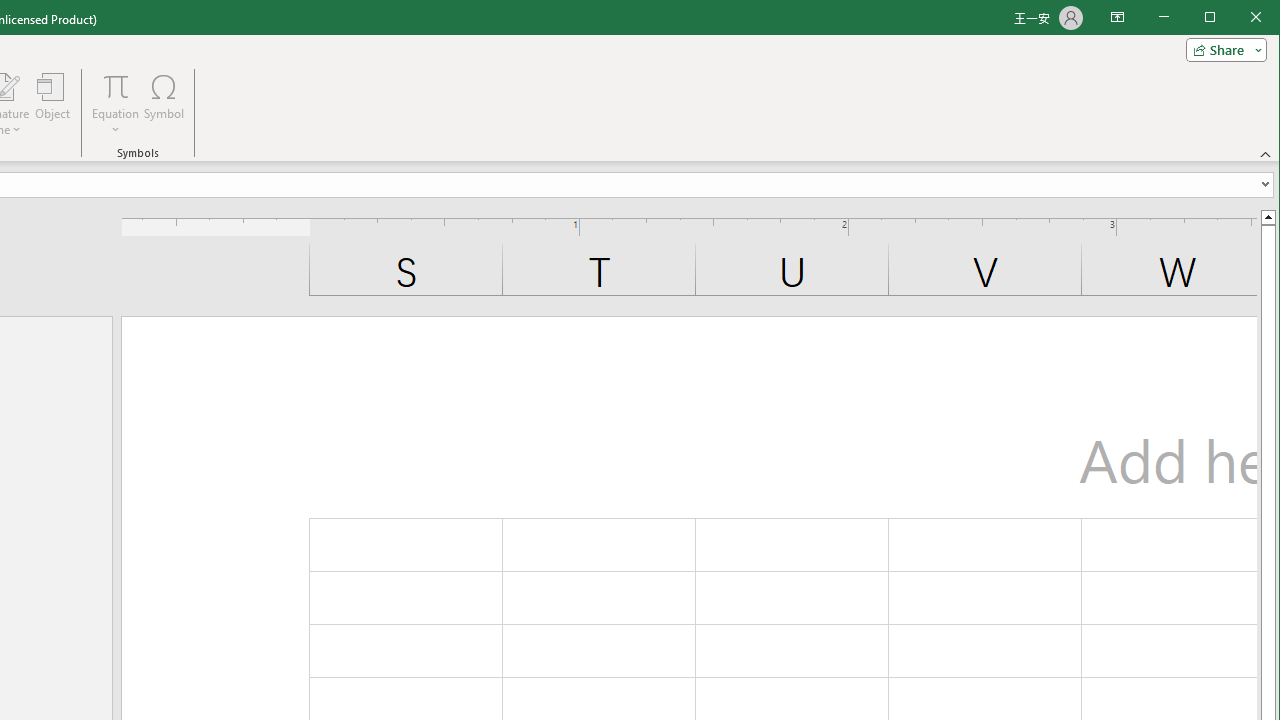  Describe the element at coordinates (164, 104) in the screenshot. I see `'Symbol...'` at that location.